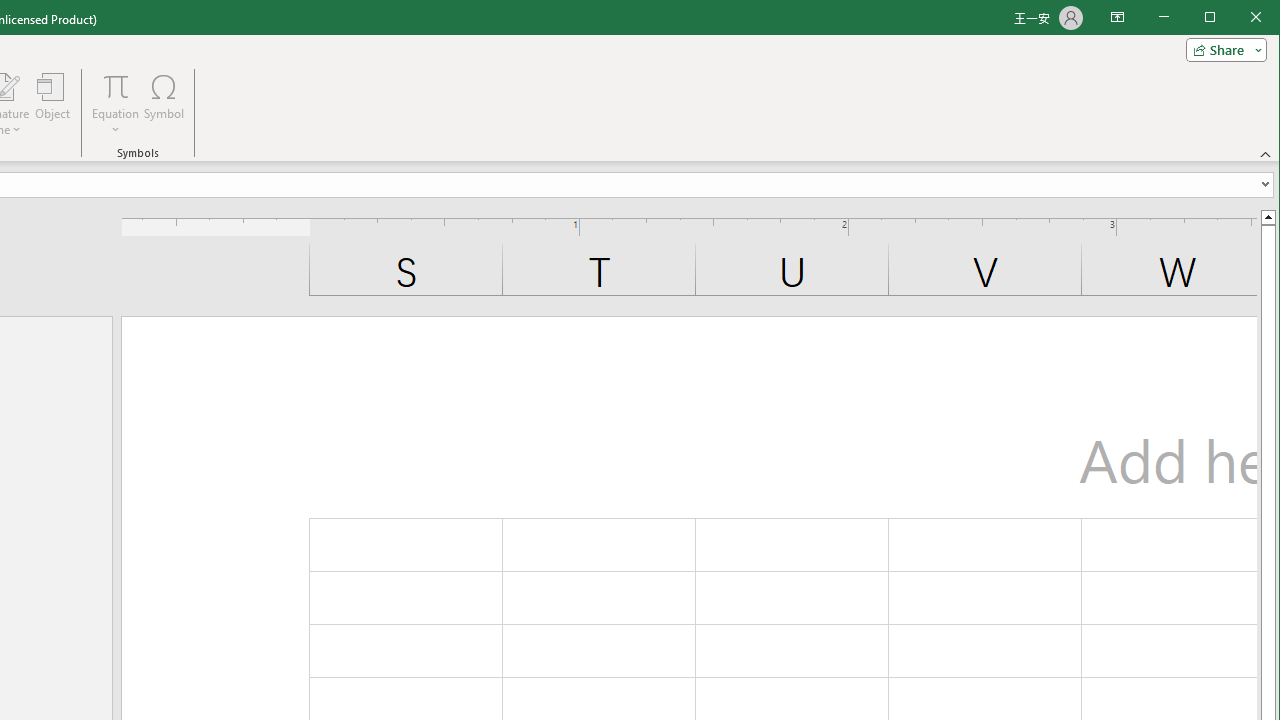  Describe the element at coordinates (164, 104) in the screenshot. I see `'Symbol...'` at that location.